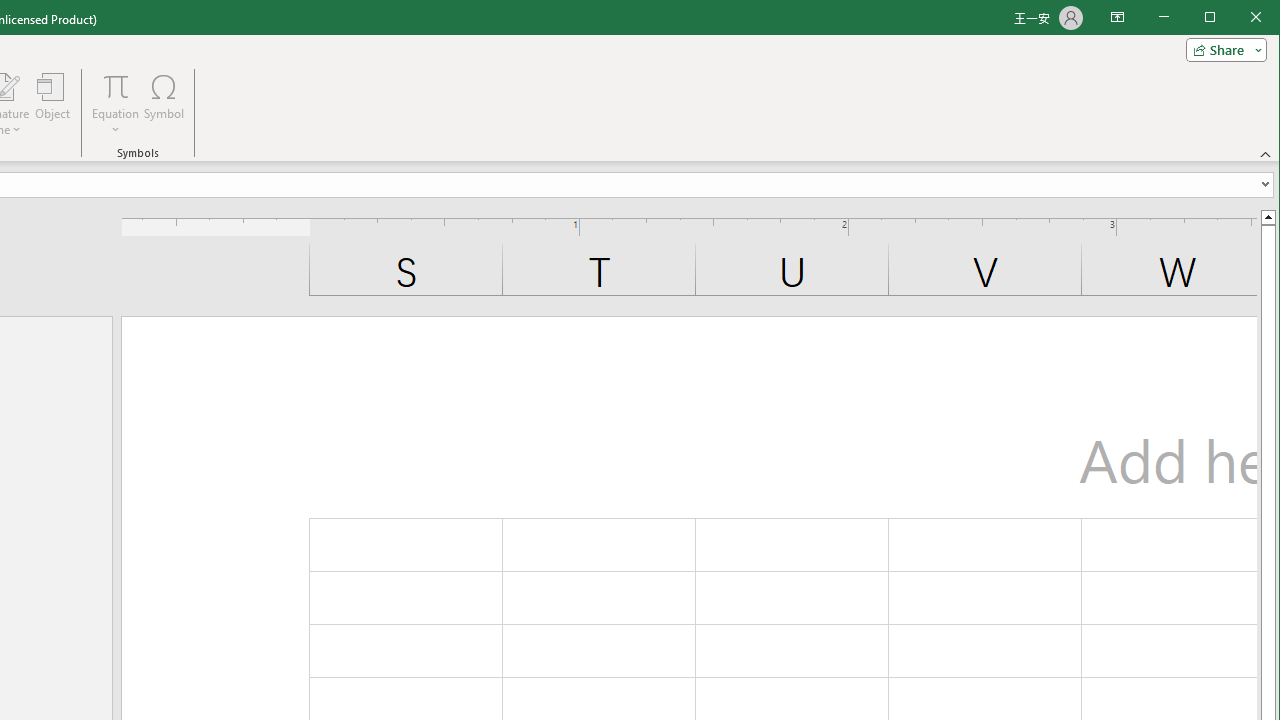  Describe the element at coordinates (164, 104) in the screenshot. I see `'Symbol...'` at that location.